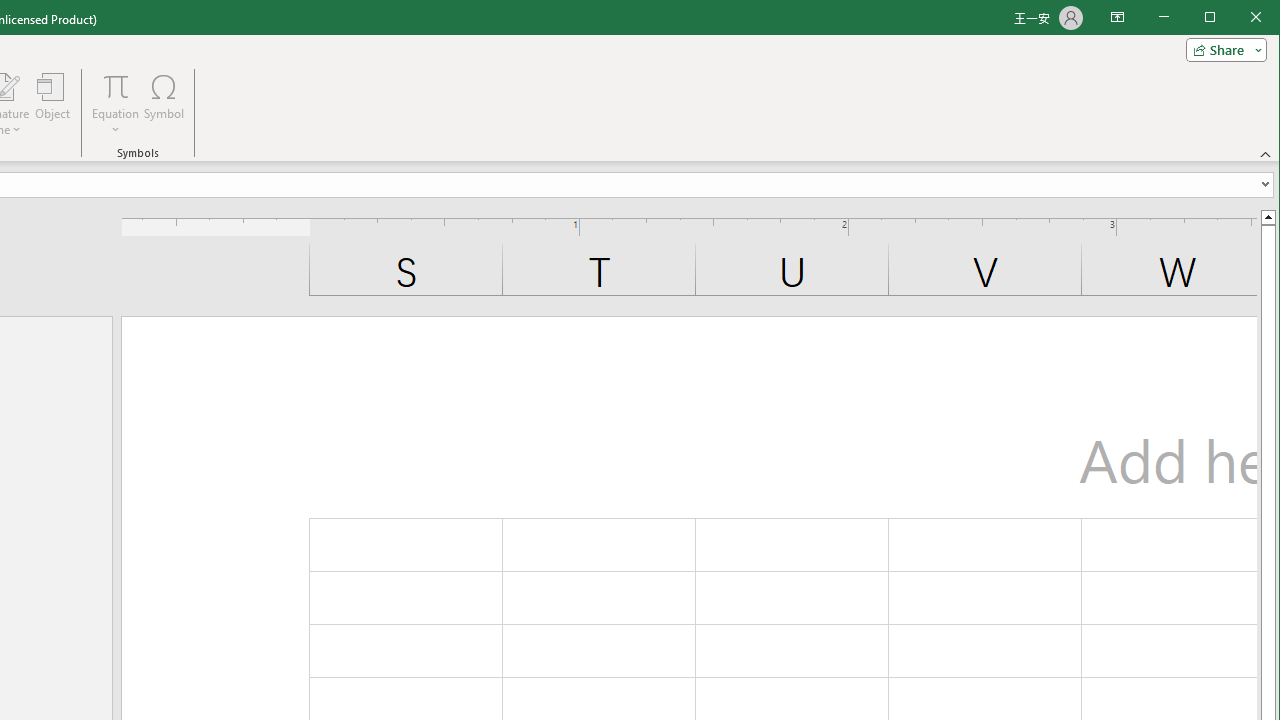  Describe the element at coordinates (164, 104) in the screenshot. I see `'Symbol...'` at that location.